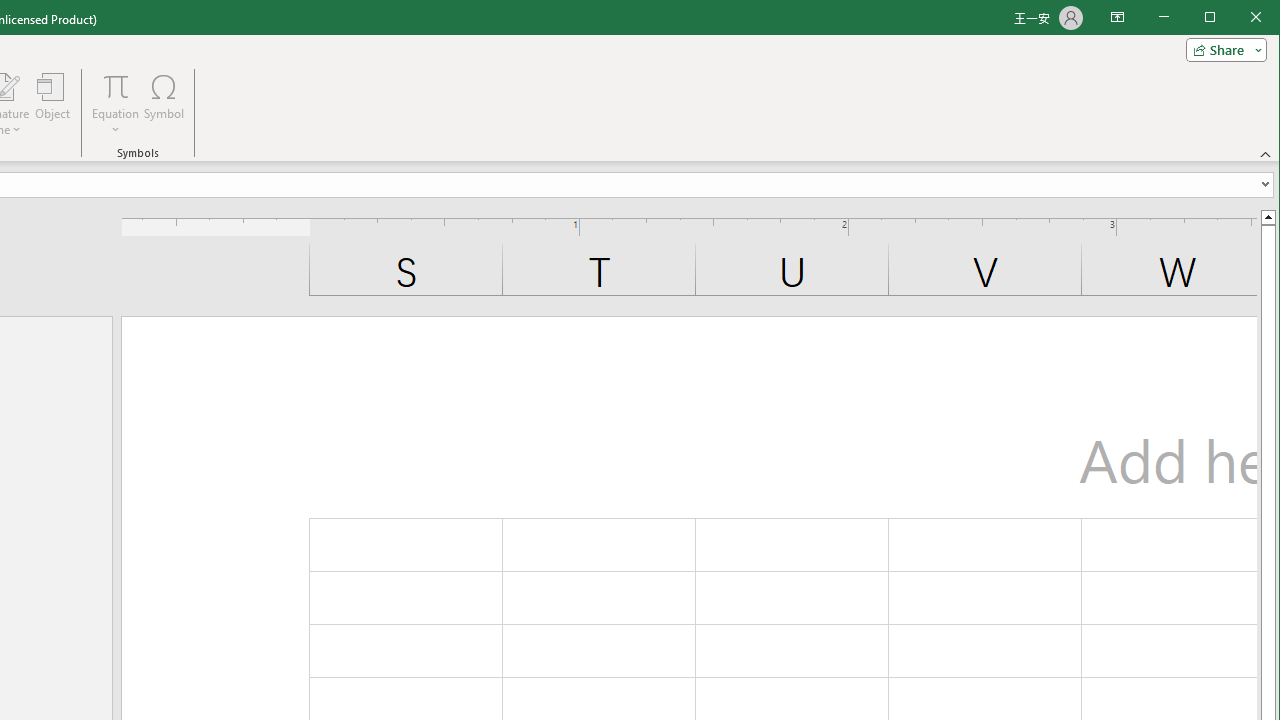  Describe the element at coordinates (164, 104) in the screenshot. I see `'Symbol...'` at that location.